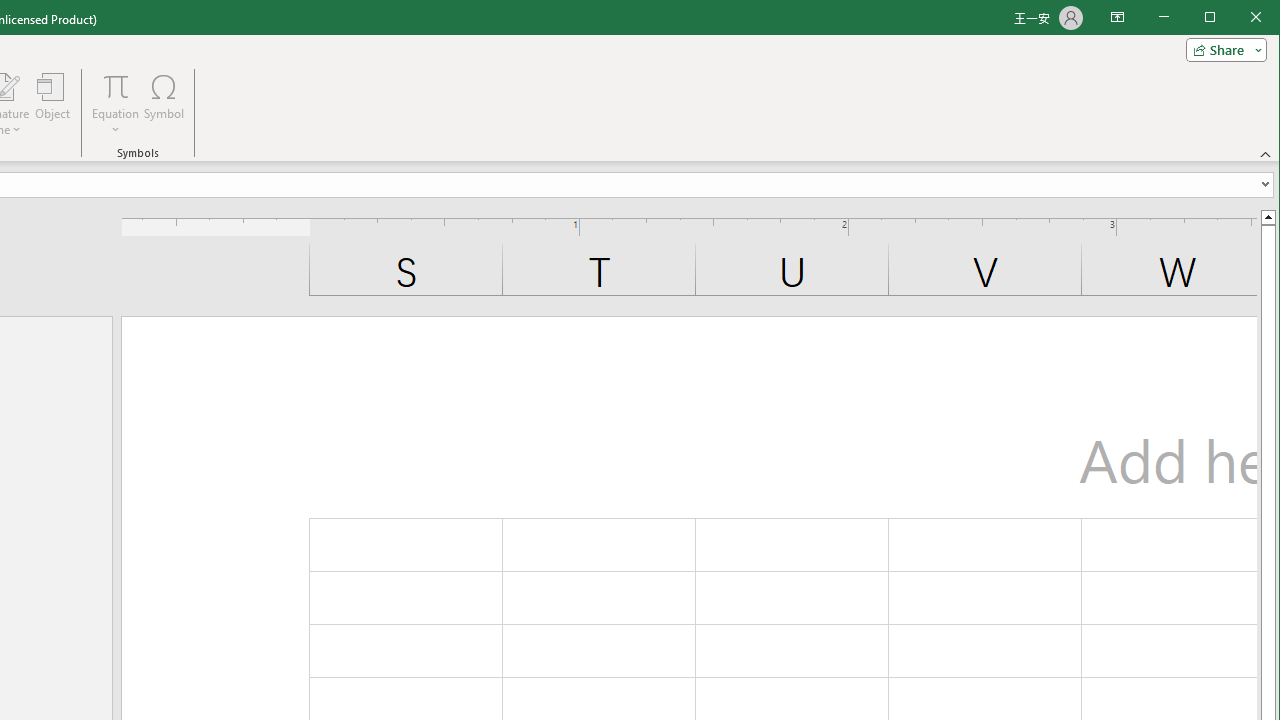  Describe the element at coordinates (164, 104) in the screenshot. I see `'Symbol...'` at that location.